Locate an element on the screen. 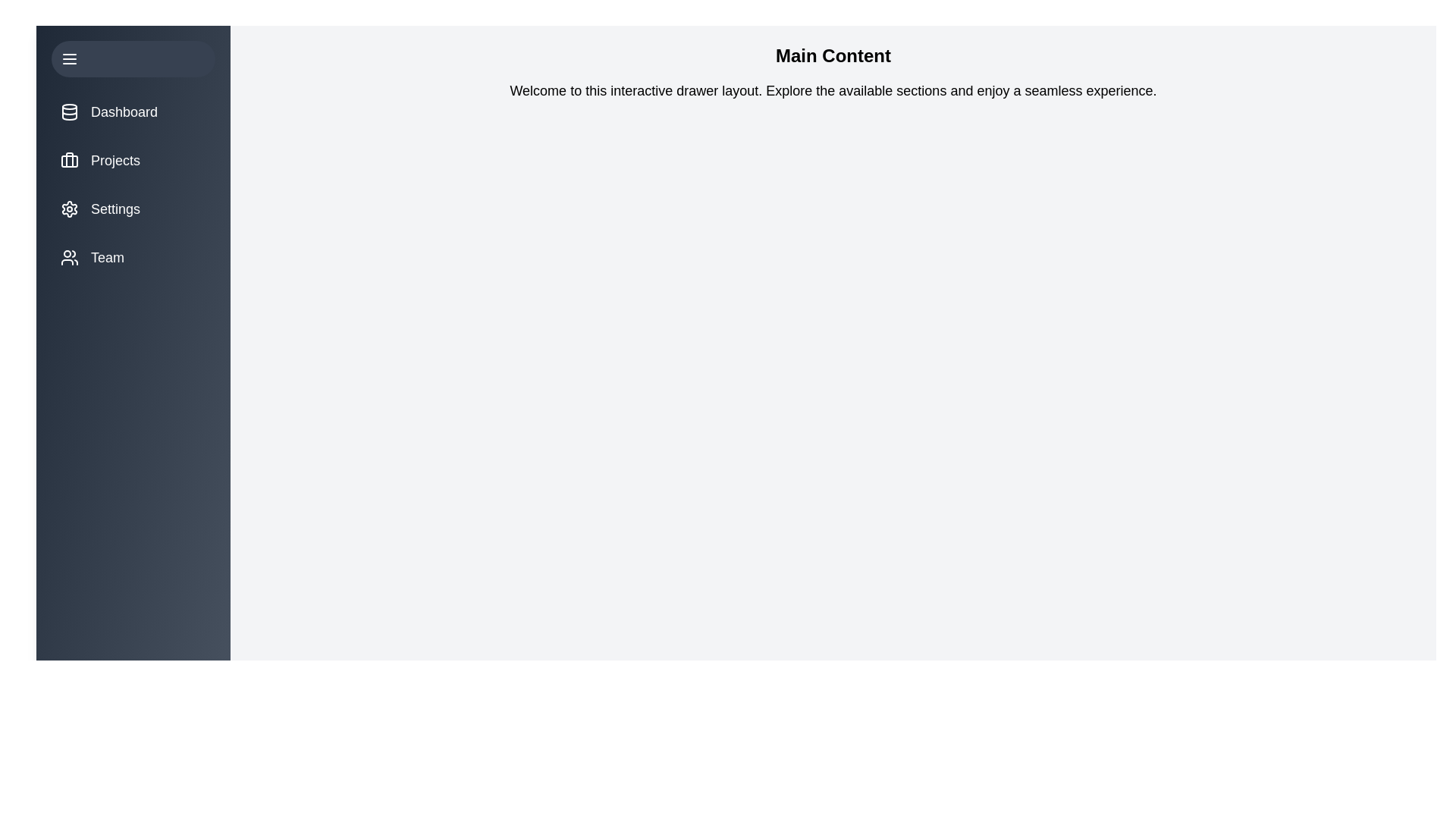  the menu item Team from the drawer is located at coordinates (133, 256).